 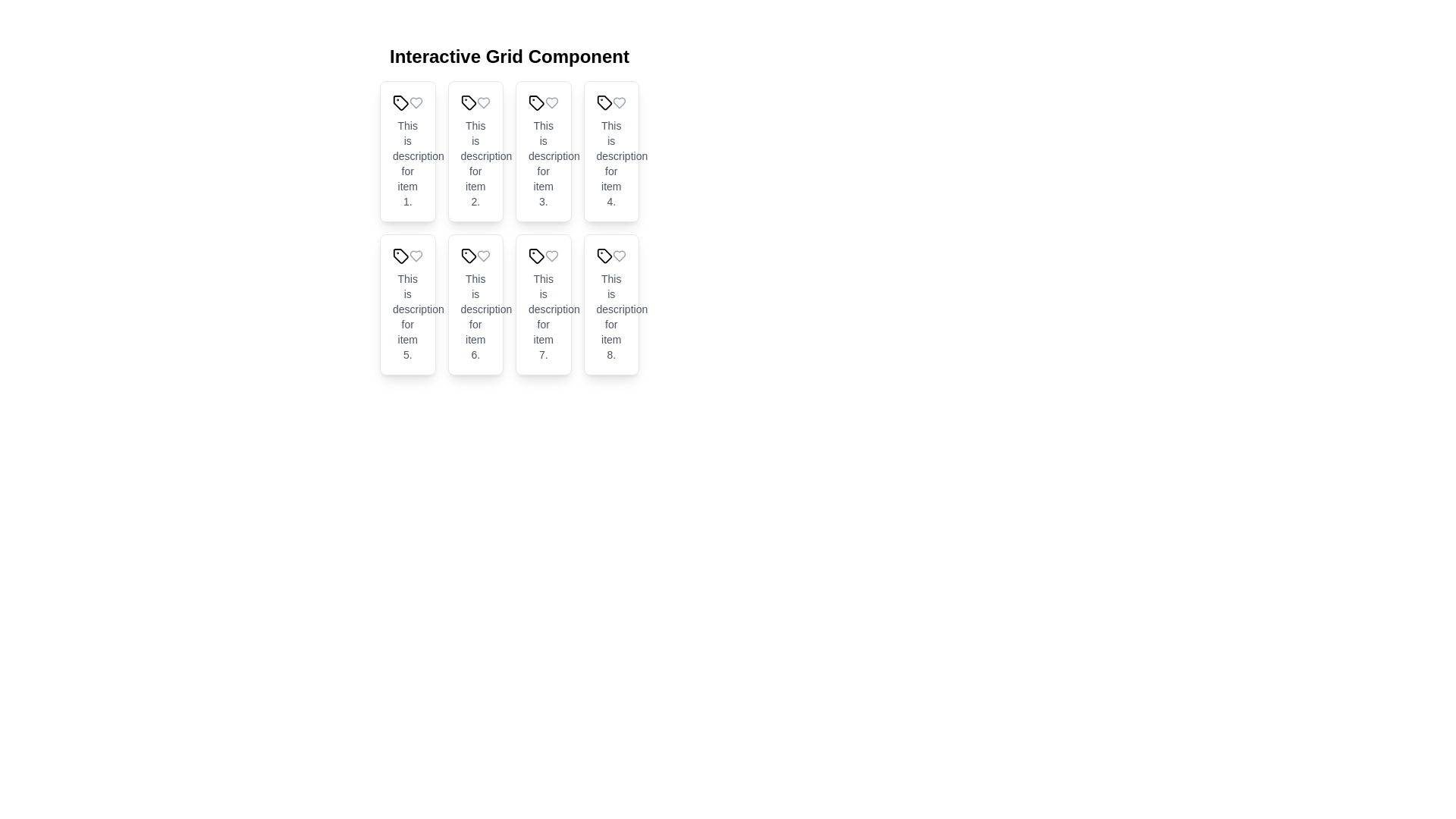 What do you see at coordinates (543, 164) in the screenshot?
I see `the text label displaying 'This is description for item 3.' located in the third tile of a 4x2 grid layout` at bounding box center [543, 164].